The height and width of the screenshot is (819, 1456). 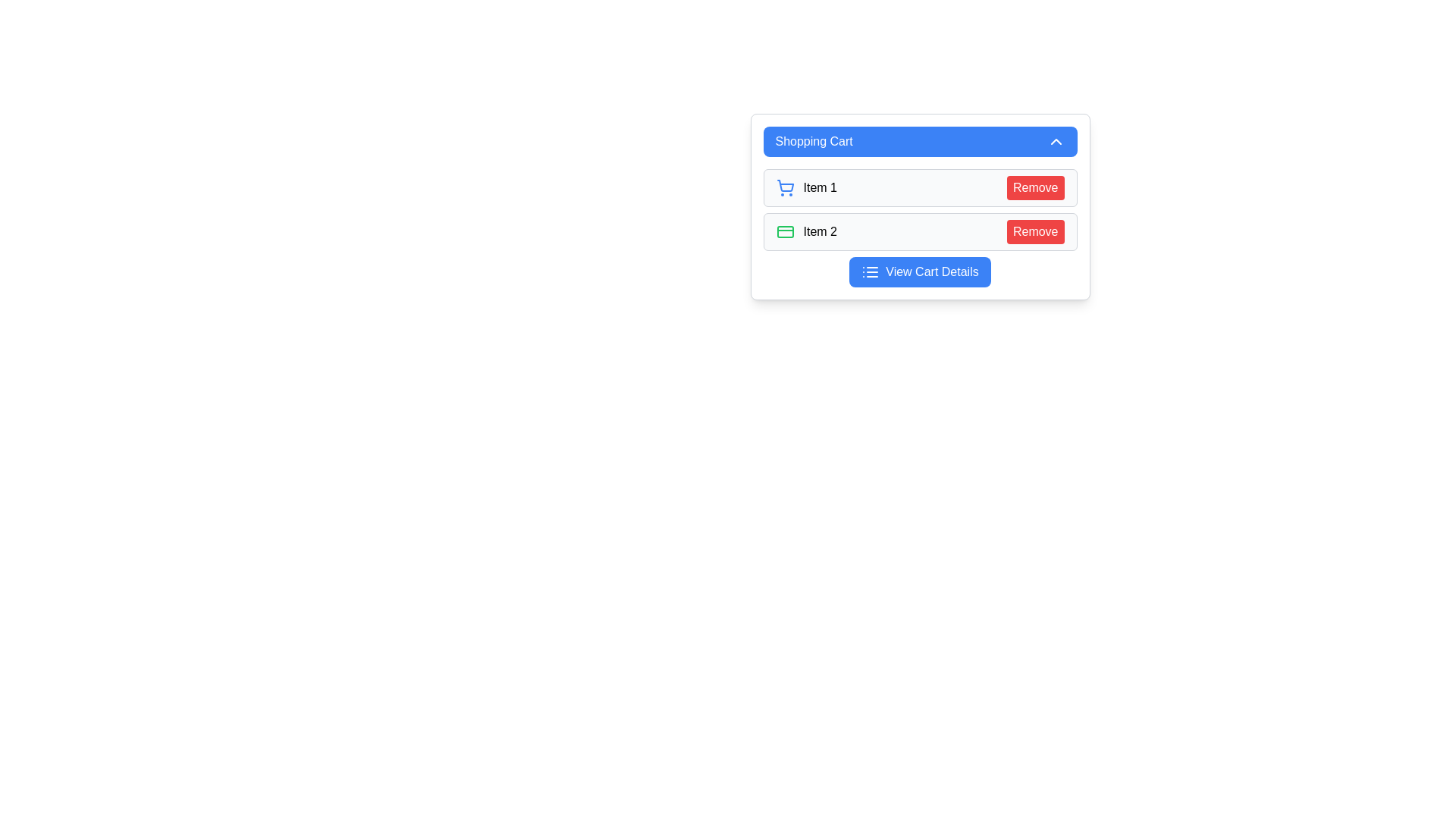 What do you see at coordinates (813, 141) in the screenshot?
I see `the Text Label that serves as a heading for the collapsible shopping cart section, positioned at the left of the header and preceding a chevron icon` at bounding box center [813, 141].